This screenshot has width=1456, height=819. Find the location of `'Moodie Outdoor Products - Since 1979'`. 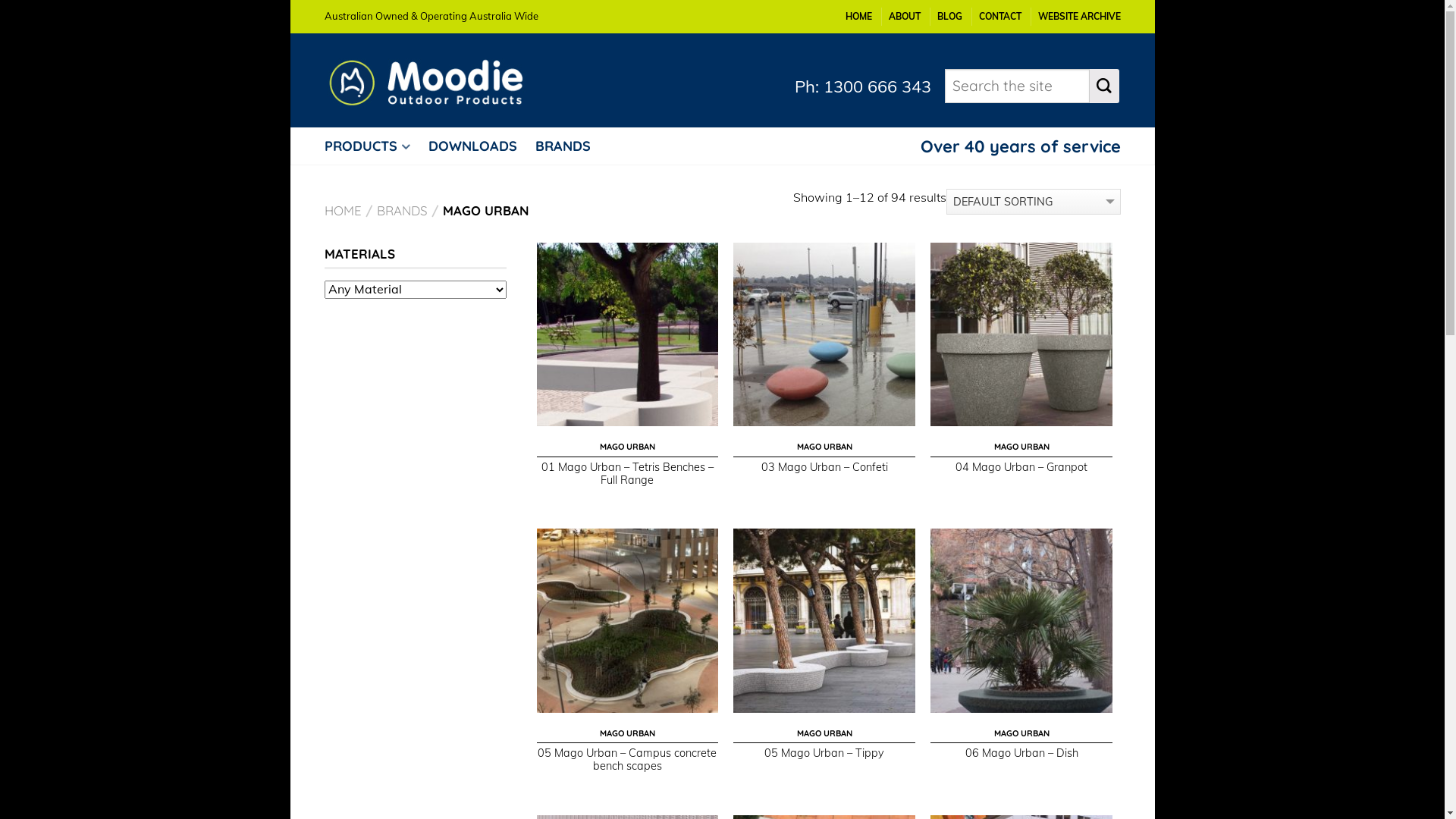

'Moodie Outdoor Products - Since 1979' is located at coordinates (437, 79).